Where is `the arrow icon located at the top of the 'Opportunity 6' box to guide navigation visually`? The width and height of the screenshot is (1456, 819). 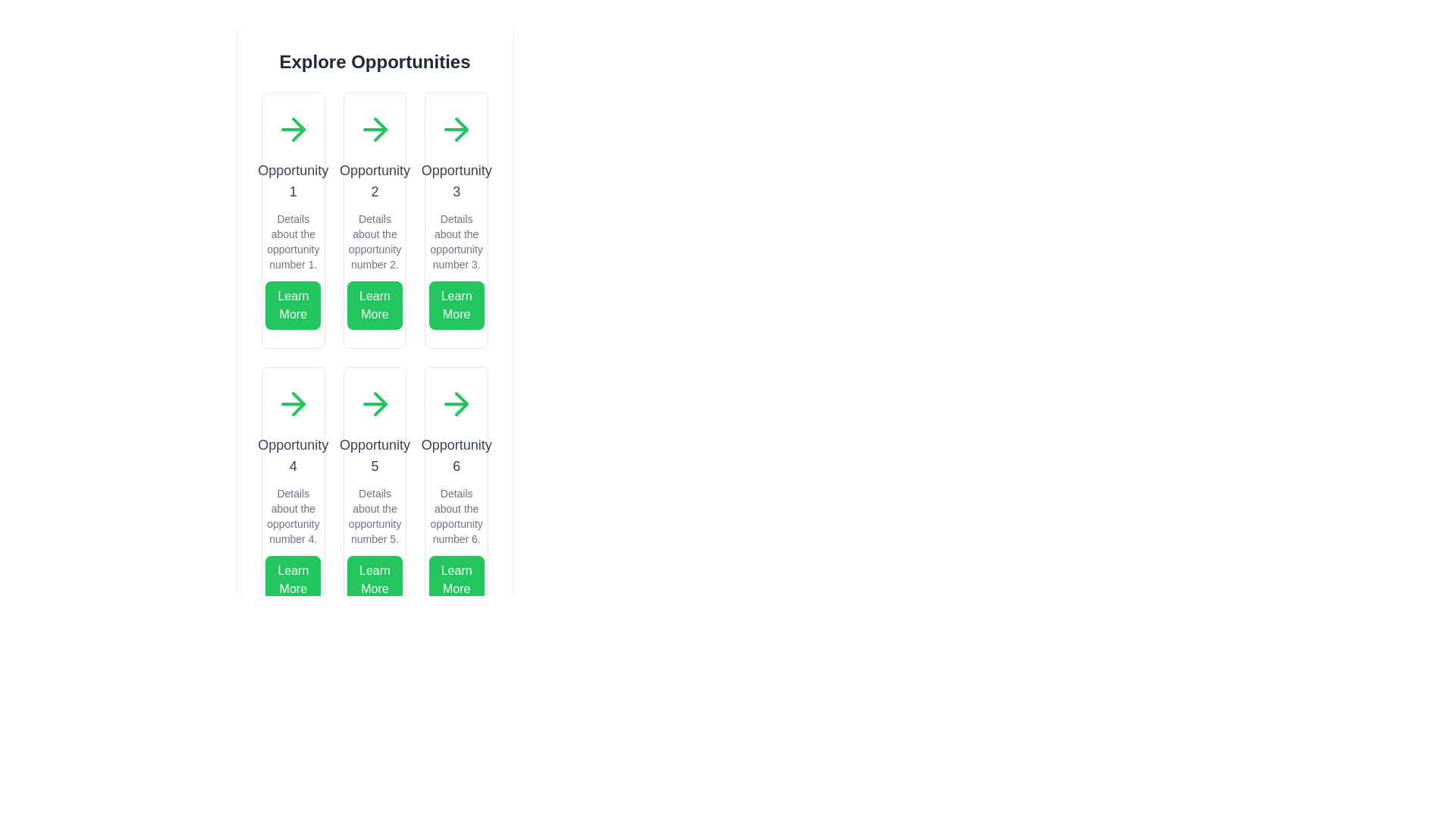
the arrow icon located at the top of the 'Opportunity 6' box to guide navigation visually is located at coordinates (456, 403).